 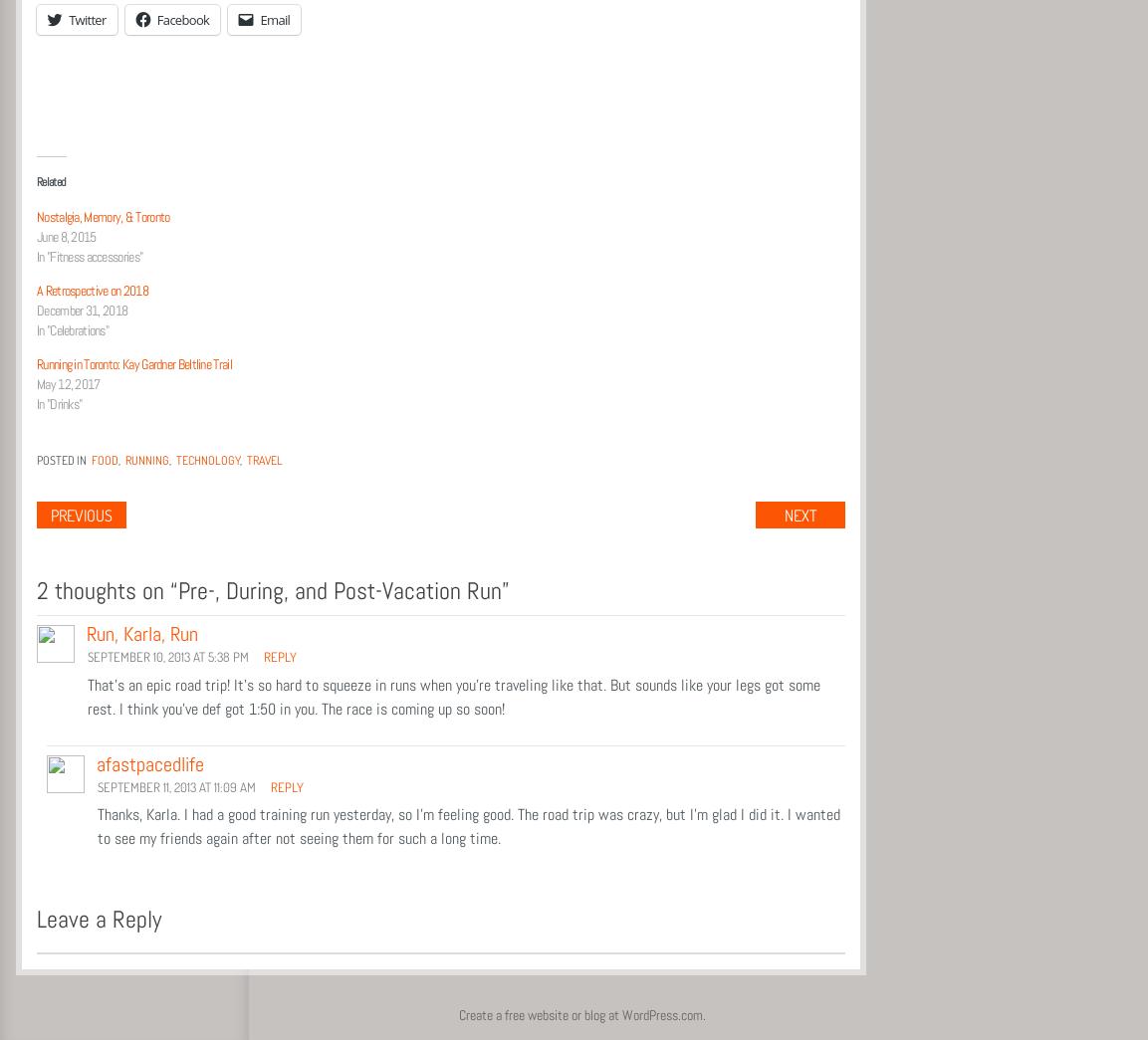 What do you see at coordinates (104, 459) in the screenshot?
I see `'Food'` at bounding box center [104, 459].